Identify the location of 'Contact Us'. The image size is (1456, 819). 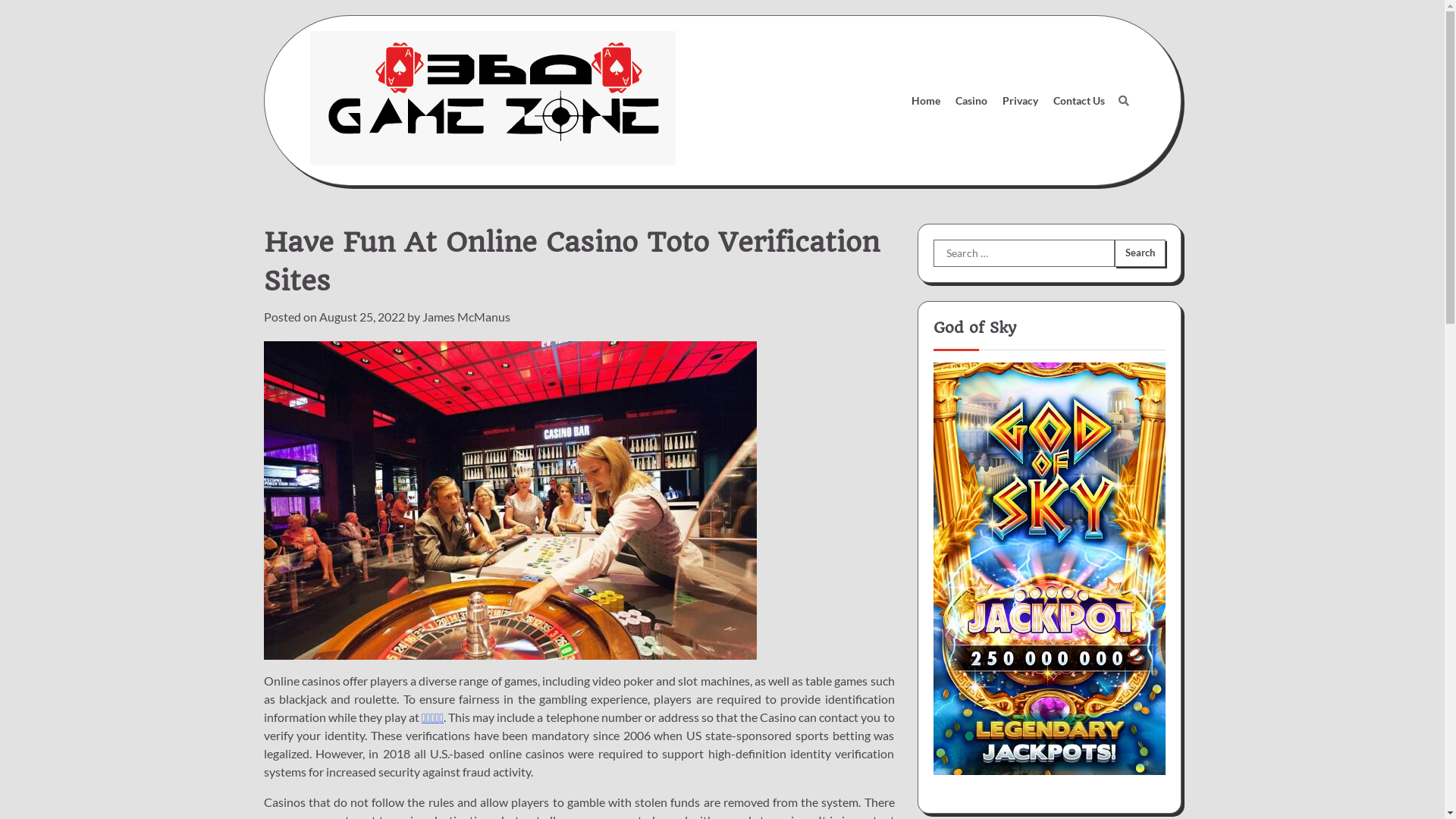
(1077, 100).